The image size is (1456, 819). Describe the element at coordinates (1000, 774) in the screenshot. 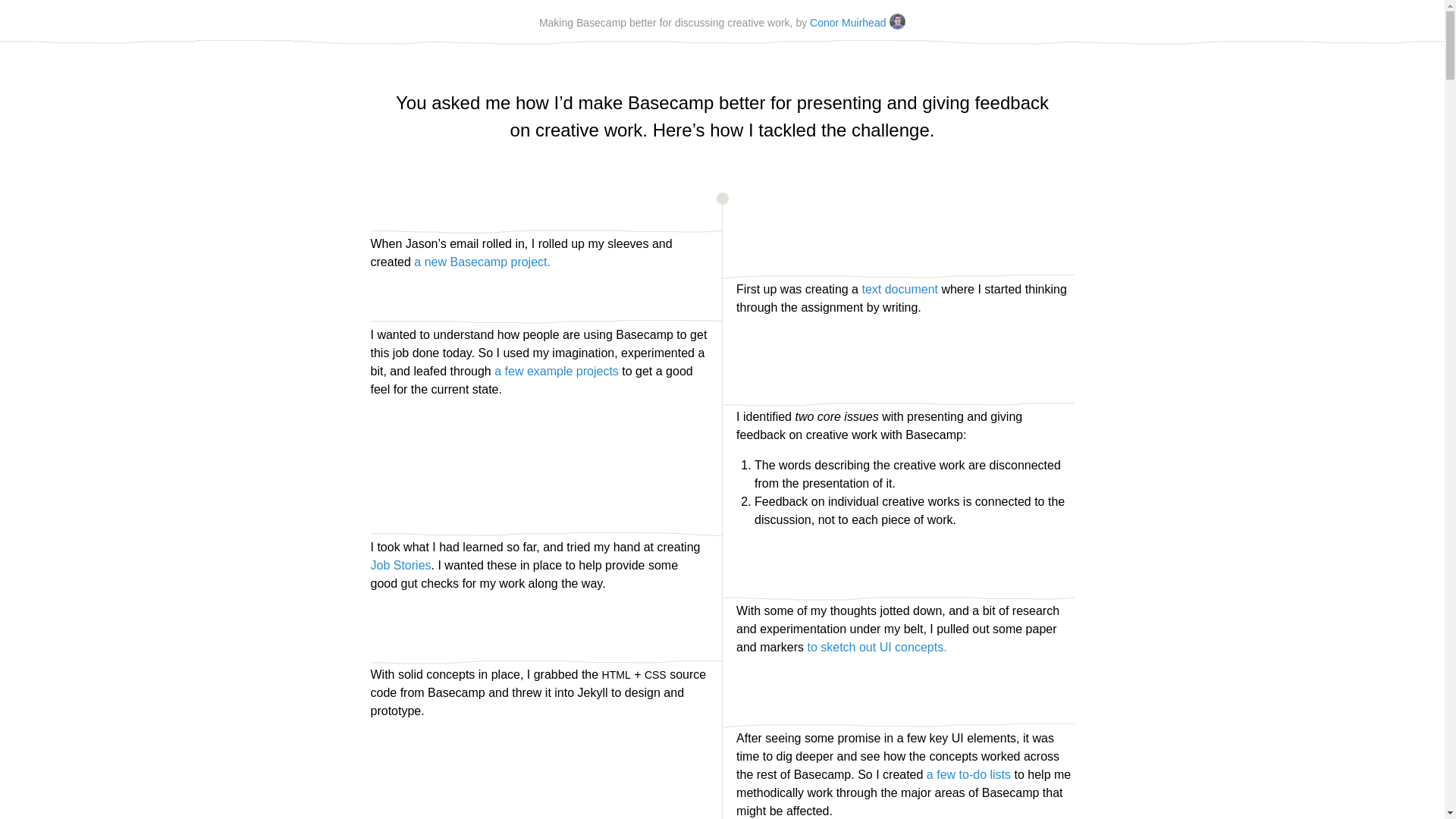

I see `'lists'` at that location.